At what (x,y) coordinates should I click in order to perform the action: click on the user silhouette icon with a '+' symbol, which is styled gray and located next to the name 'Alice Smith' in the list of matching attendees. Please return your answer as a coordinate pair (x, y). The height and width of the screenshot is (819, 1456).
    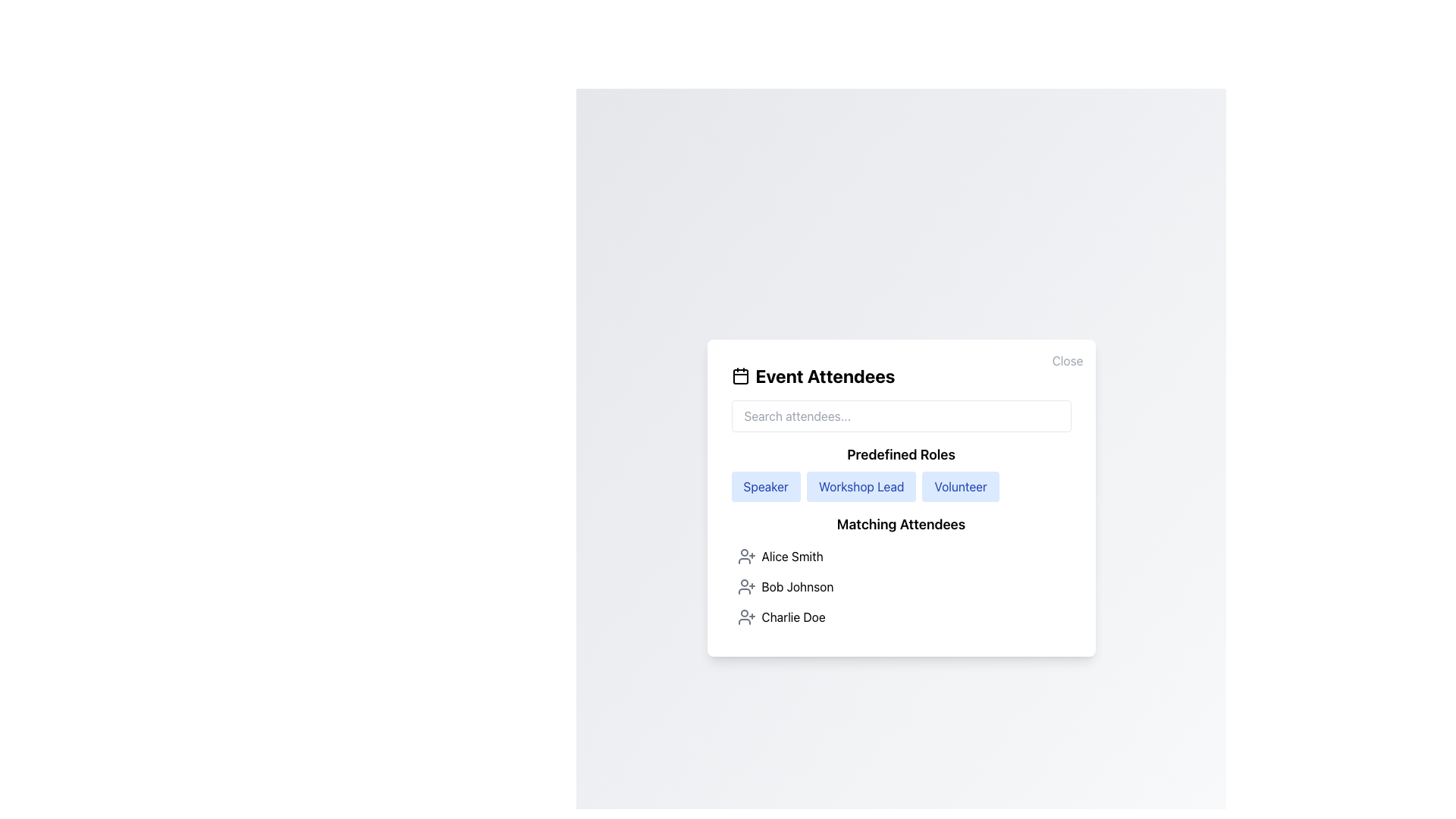
    Looking at the image, I should click on (746, 556).